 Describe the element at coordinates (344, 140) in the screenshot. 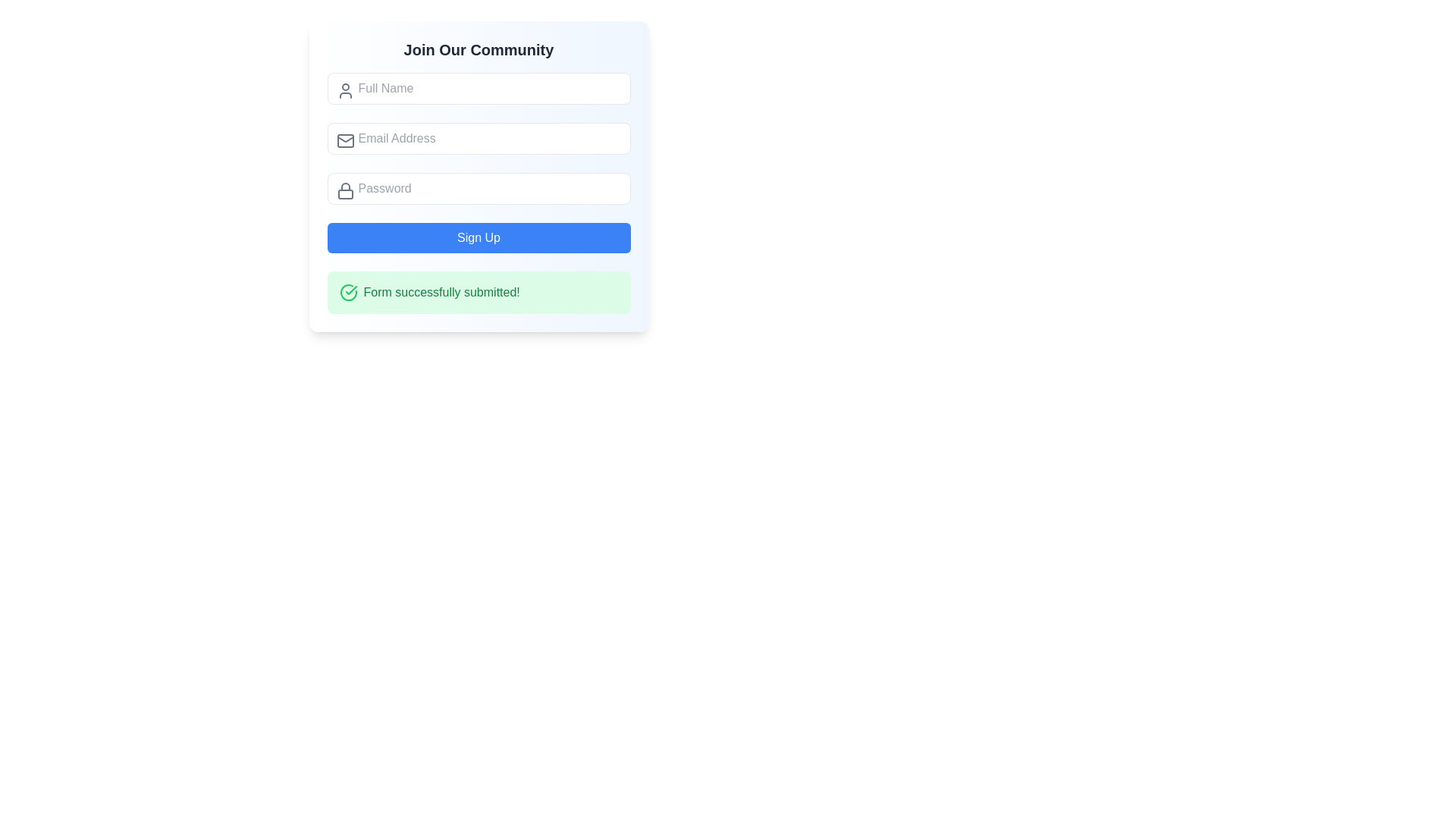

I see `the mail icon styled as an envelope located to the left of the 'Email Address' input field` at that location.